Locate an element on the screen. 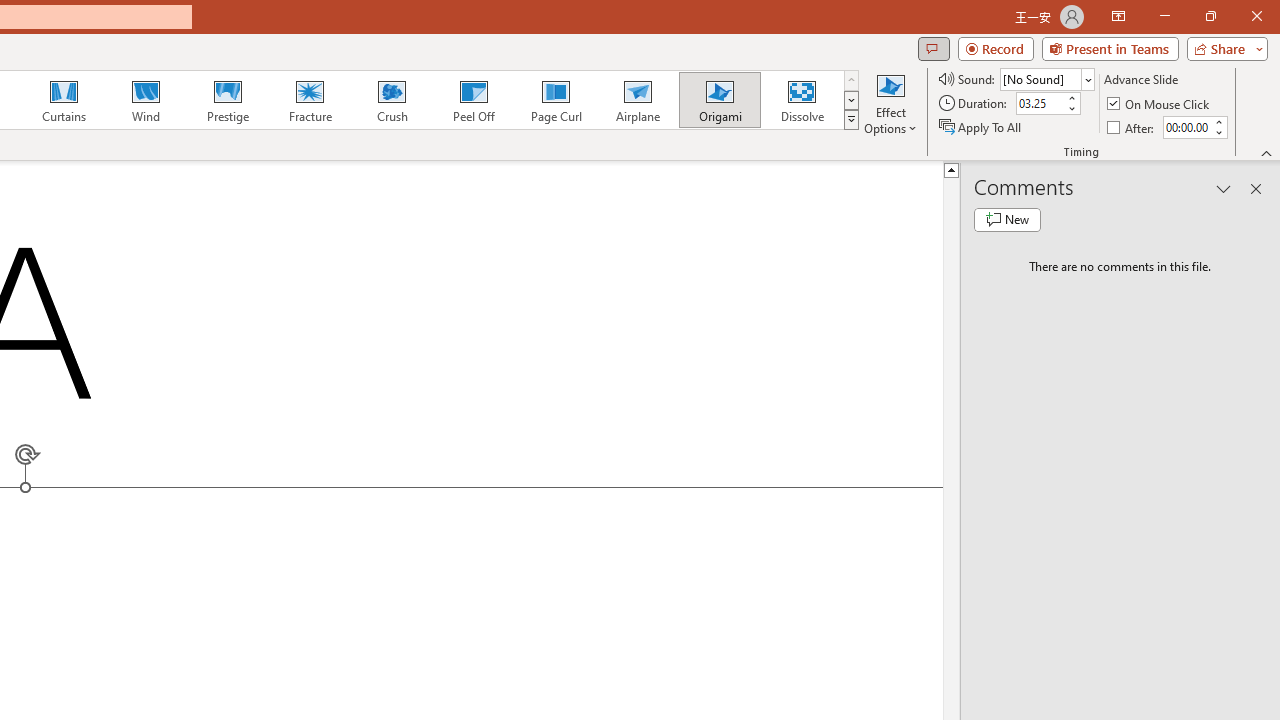 The width and height of the screenshot is (1280, 720). 'Wind' is located at coordinates (144, 100).